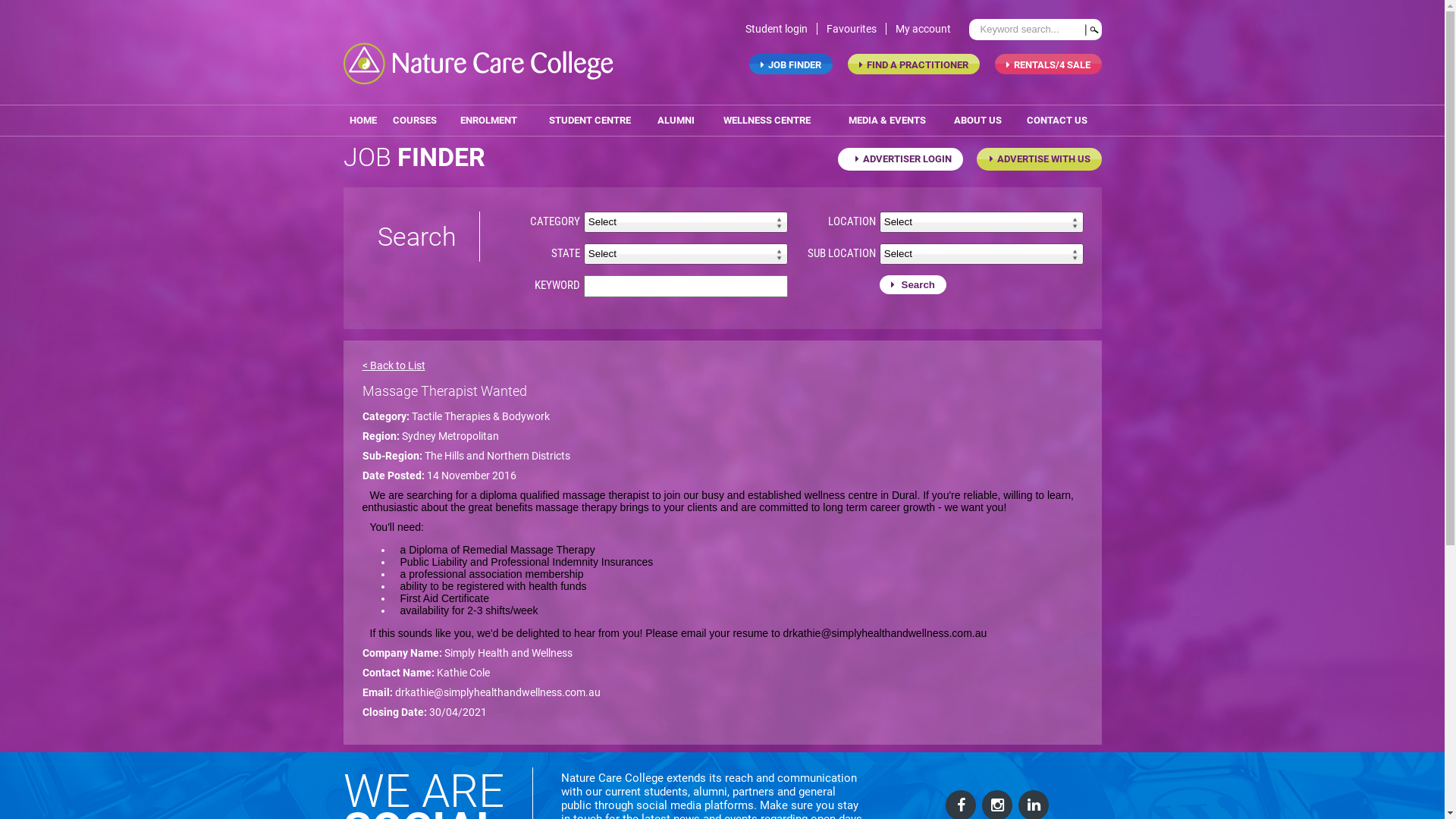  What do you see at coordinates (394, 366) in the screenshot?
I see `'< Back to List'` at bounding box center [394, 366].